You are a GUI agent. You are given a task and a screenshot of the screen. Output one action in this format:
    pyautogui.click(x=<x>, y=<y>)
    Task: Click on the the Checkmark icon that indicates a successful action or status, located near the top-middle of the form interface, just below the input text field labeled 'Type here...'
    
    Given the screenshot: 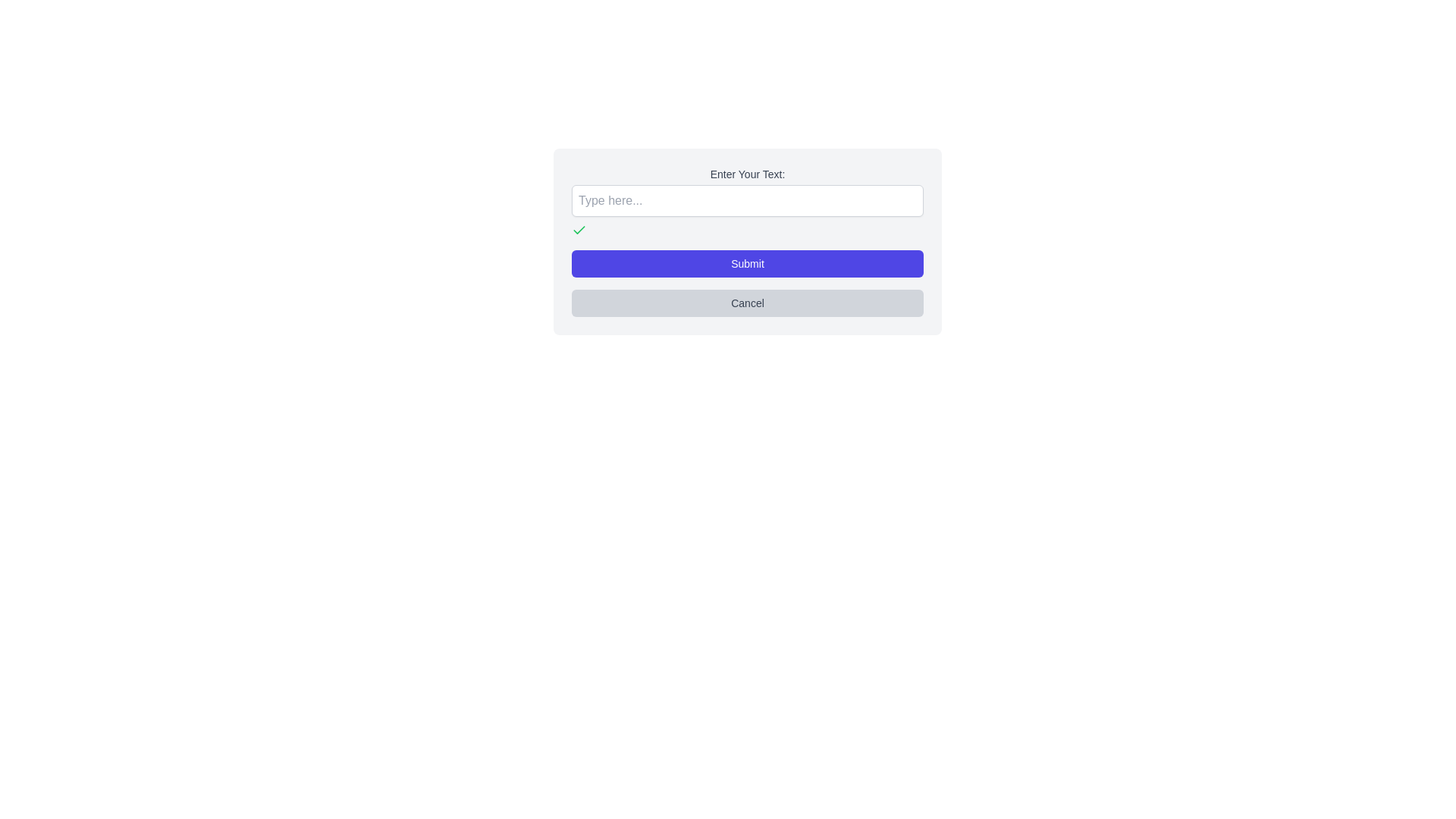 What is the action you would take?
    pyautogui.click(x=578, y=230)
    